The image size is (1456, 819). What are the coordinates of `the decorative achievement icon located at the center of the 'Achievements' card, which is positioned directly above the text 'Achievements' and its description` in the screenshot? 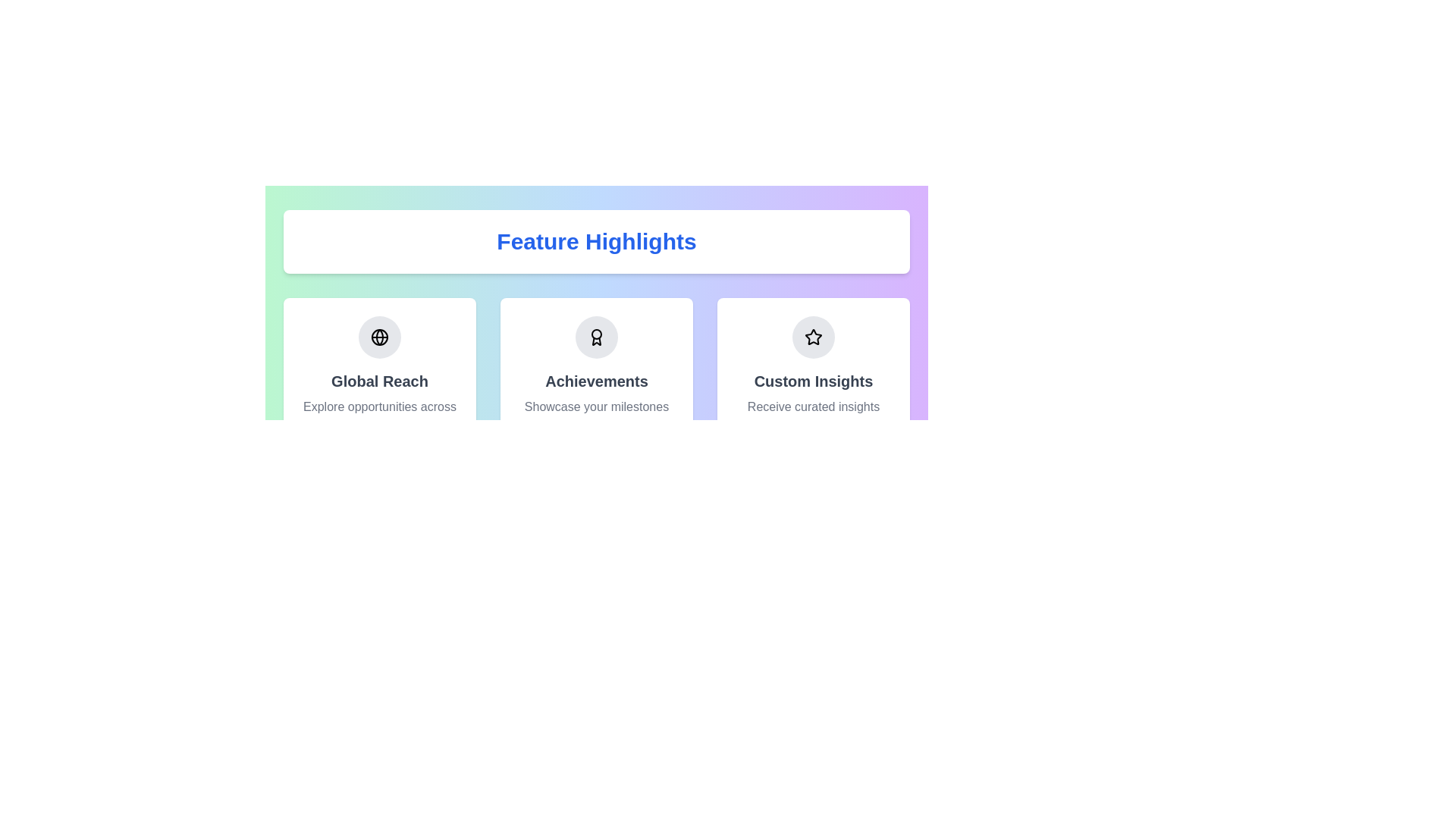 It's located at (596, 336).